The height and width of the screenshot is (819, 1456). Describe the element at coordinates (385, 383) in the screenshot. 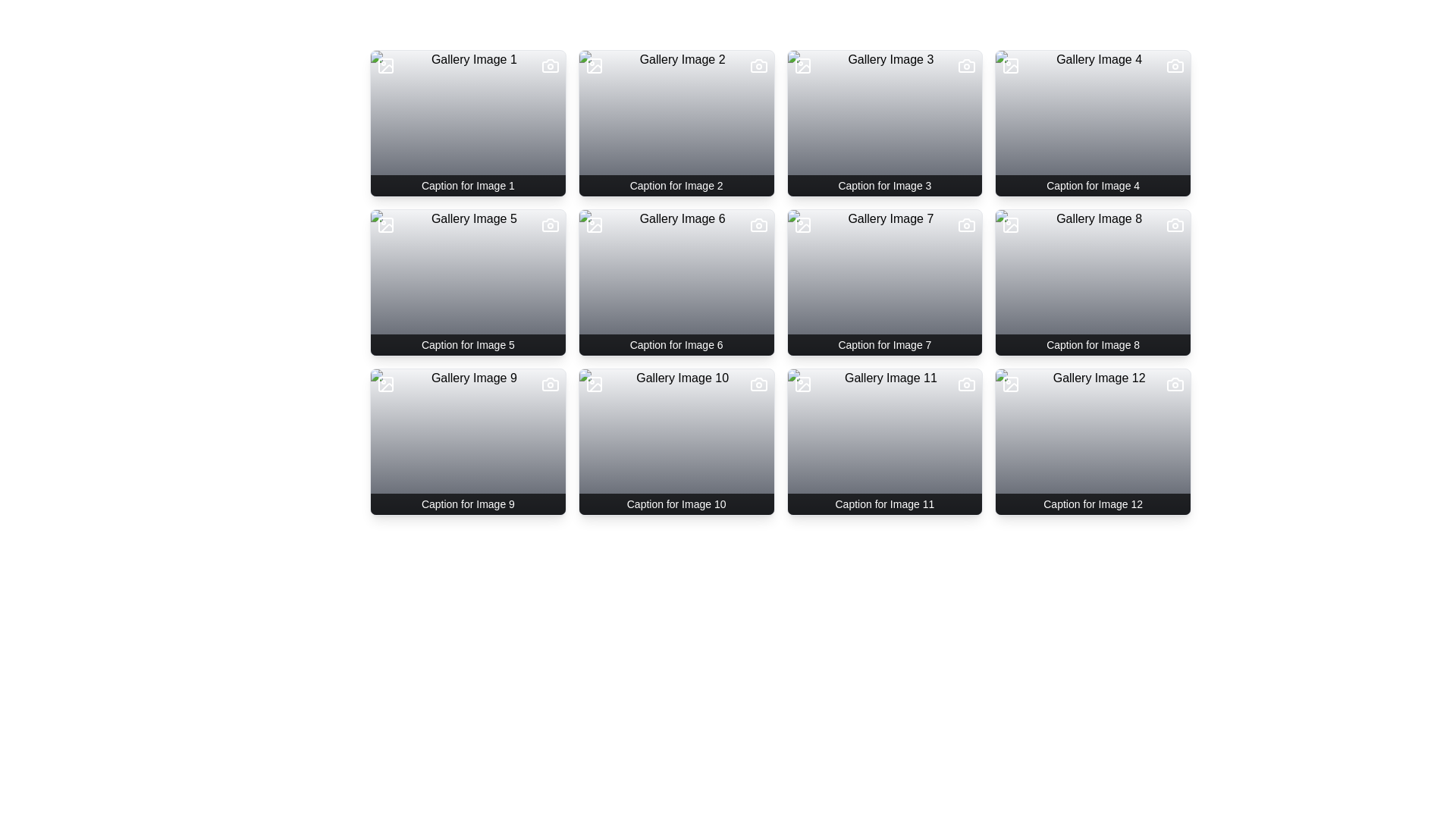

I see `large rounded rectangle graphical element located at the top-left corner of the thumbnail for 'Gallery Image 9'` at that location.